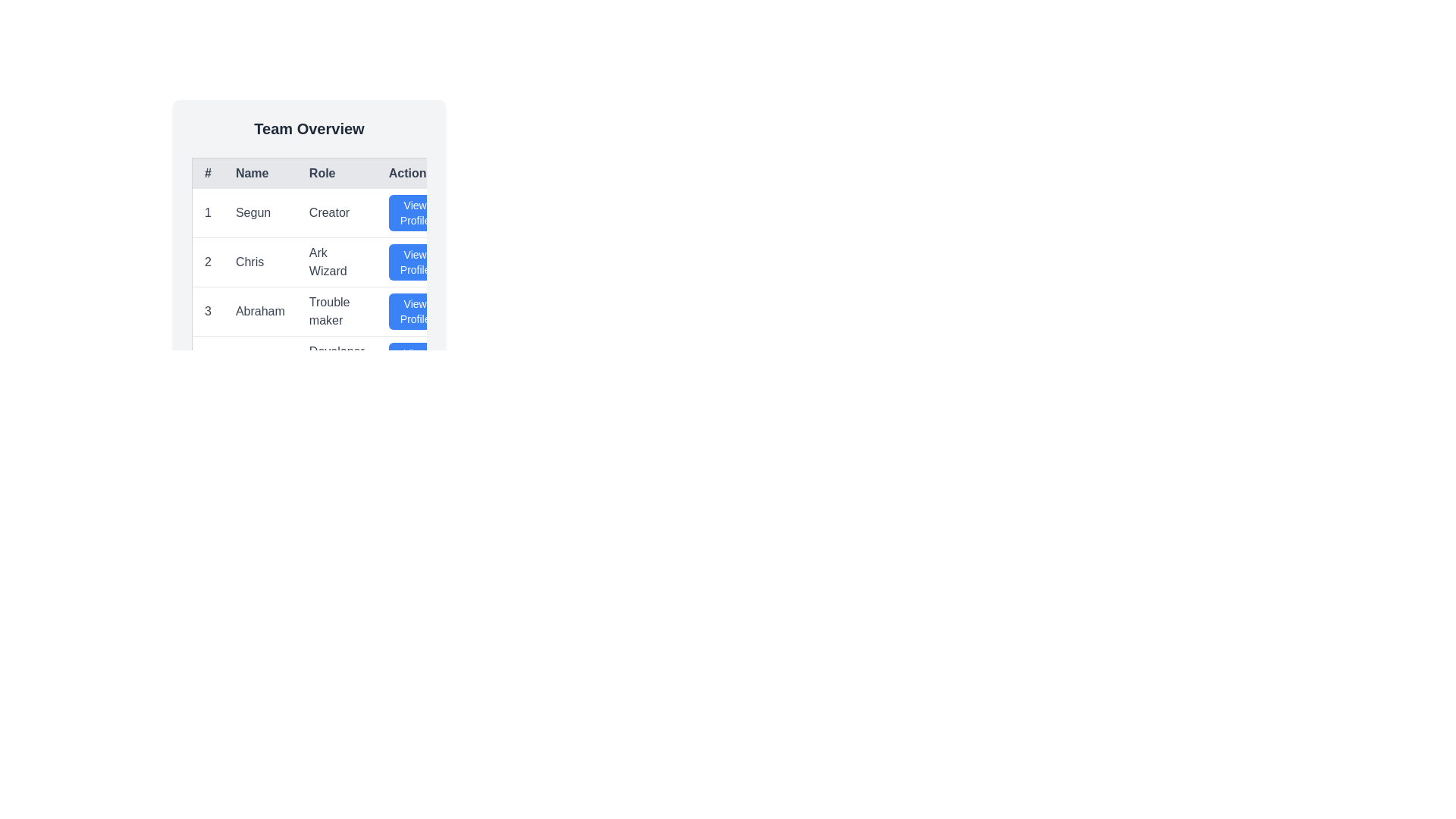  What do you see at coordinates (329, 262) in the screenshot?
I see `the row in the data table that displays information about Chris, the Ark Wizard, which is the second row in the list` at bounding box center [329, 262].